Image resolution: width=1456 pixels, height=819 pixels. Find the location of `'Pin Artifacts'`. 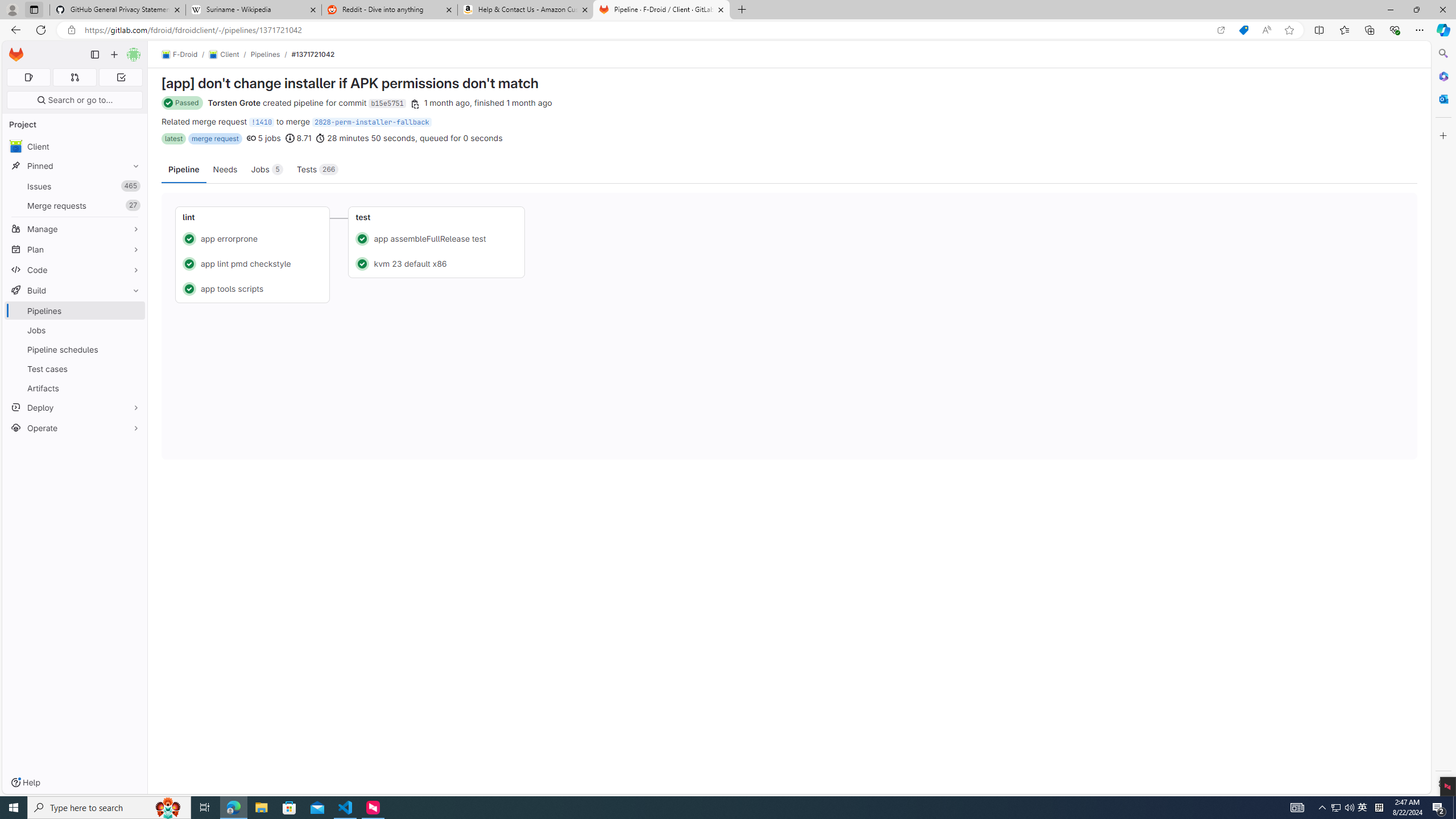

'Pin Artifacts' is located at coordinates (133, 387).